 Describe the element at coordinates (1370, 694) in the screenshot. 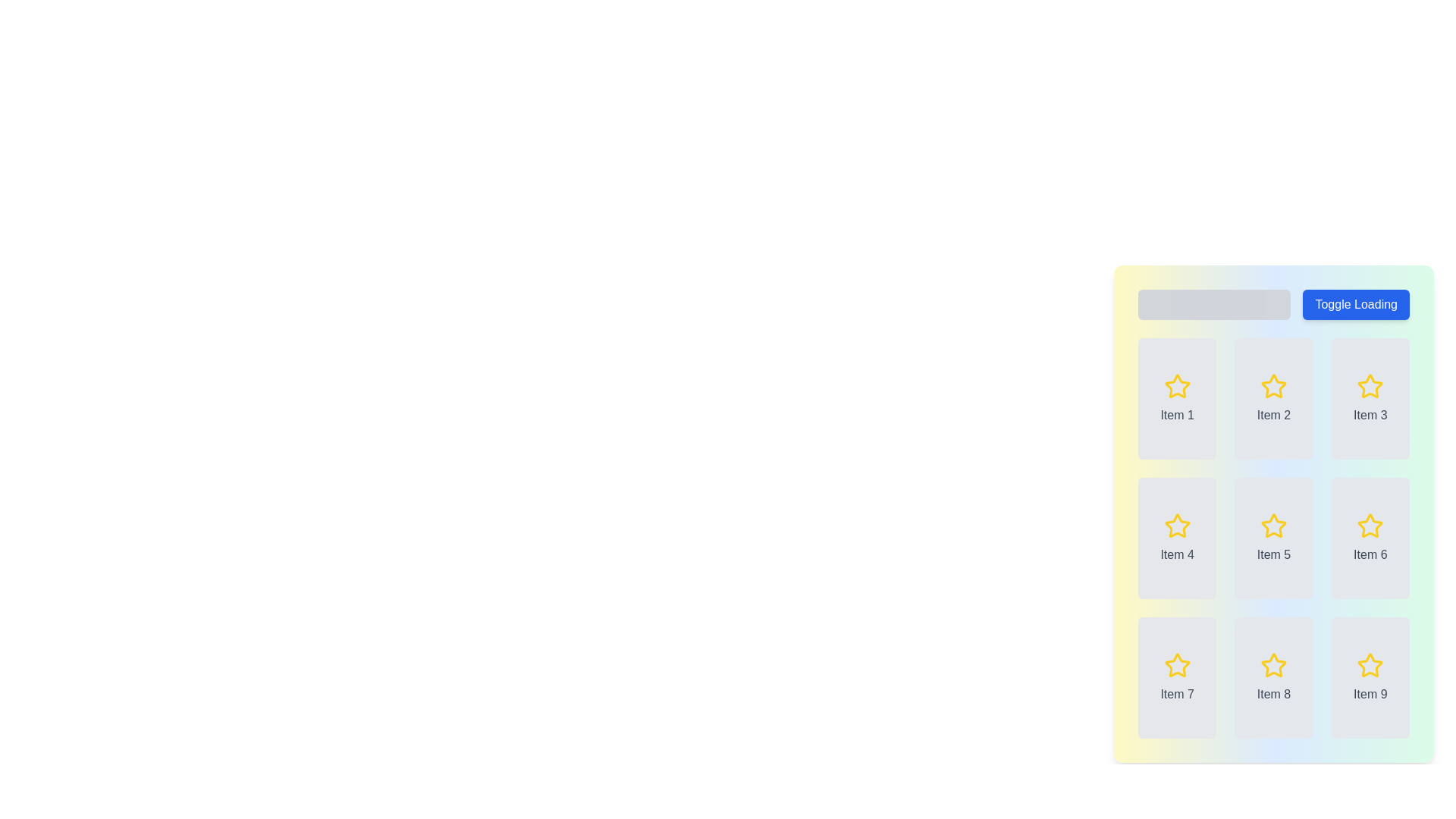

I see `the text label that identifies the item represented by the star icon in the last box of the bottom row` at that location.